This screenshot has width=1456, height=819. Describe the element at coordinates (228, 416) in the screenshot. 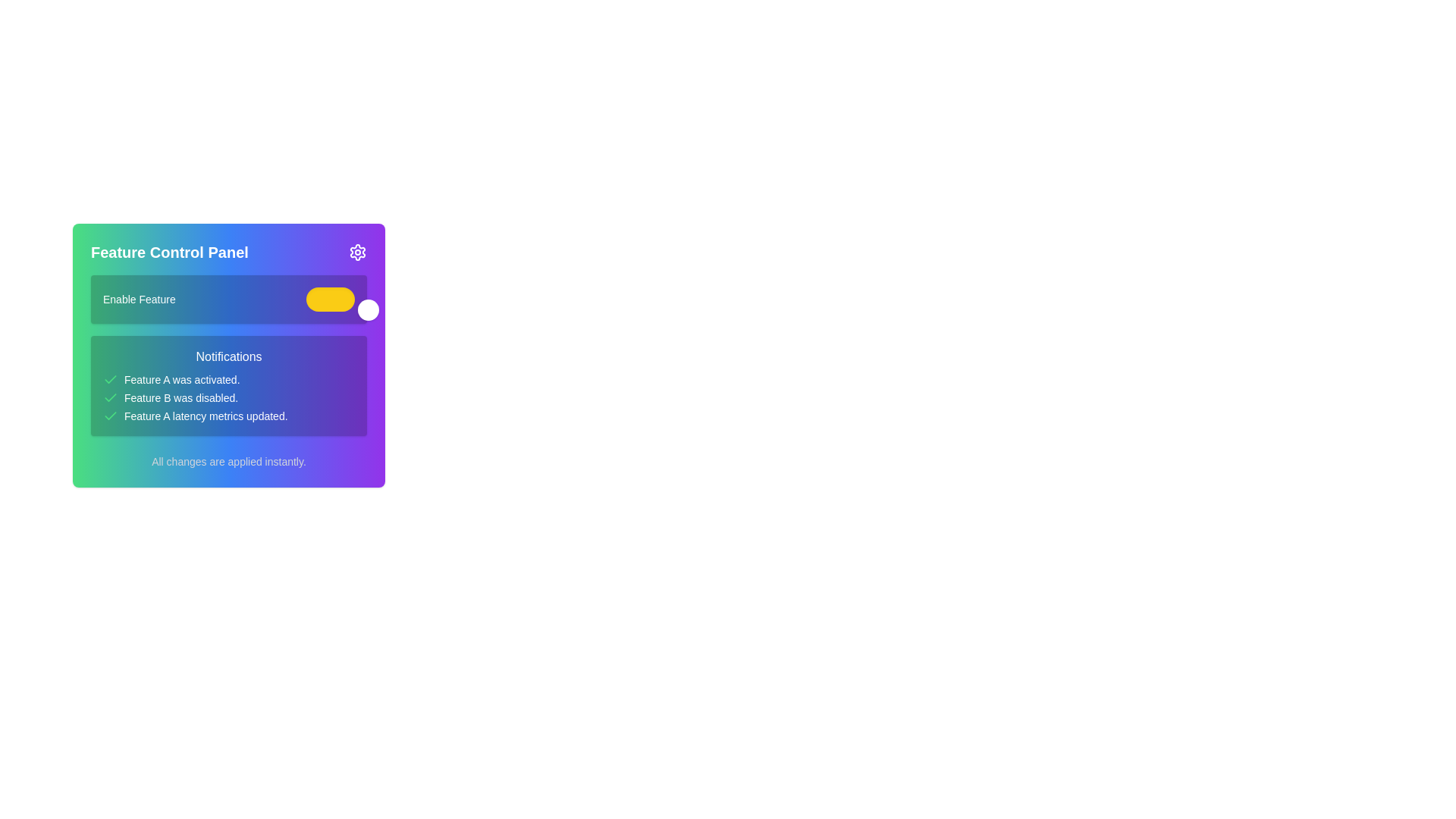

I see `the notification text element displaying 'Feature A latency metrics updated.' which is preceded by a green checkmark icon` at that location.